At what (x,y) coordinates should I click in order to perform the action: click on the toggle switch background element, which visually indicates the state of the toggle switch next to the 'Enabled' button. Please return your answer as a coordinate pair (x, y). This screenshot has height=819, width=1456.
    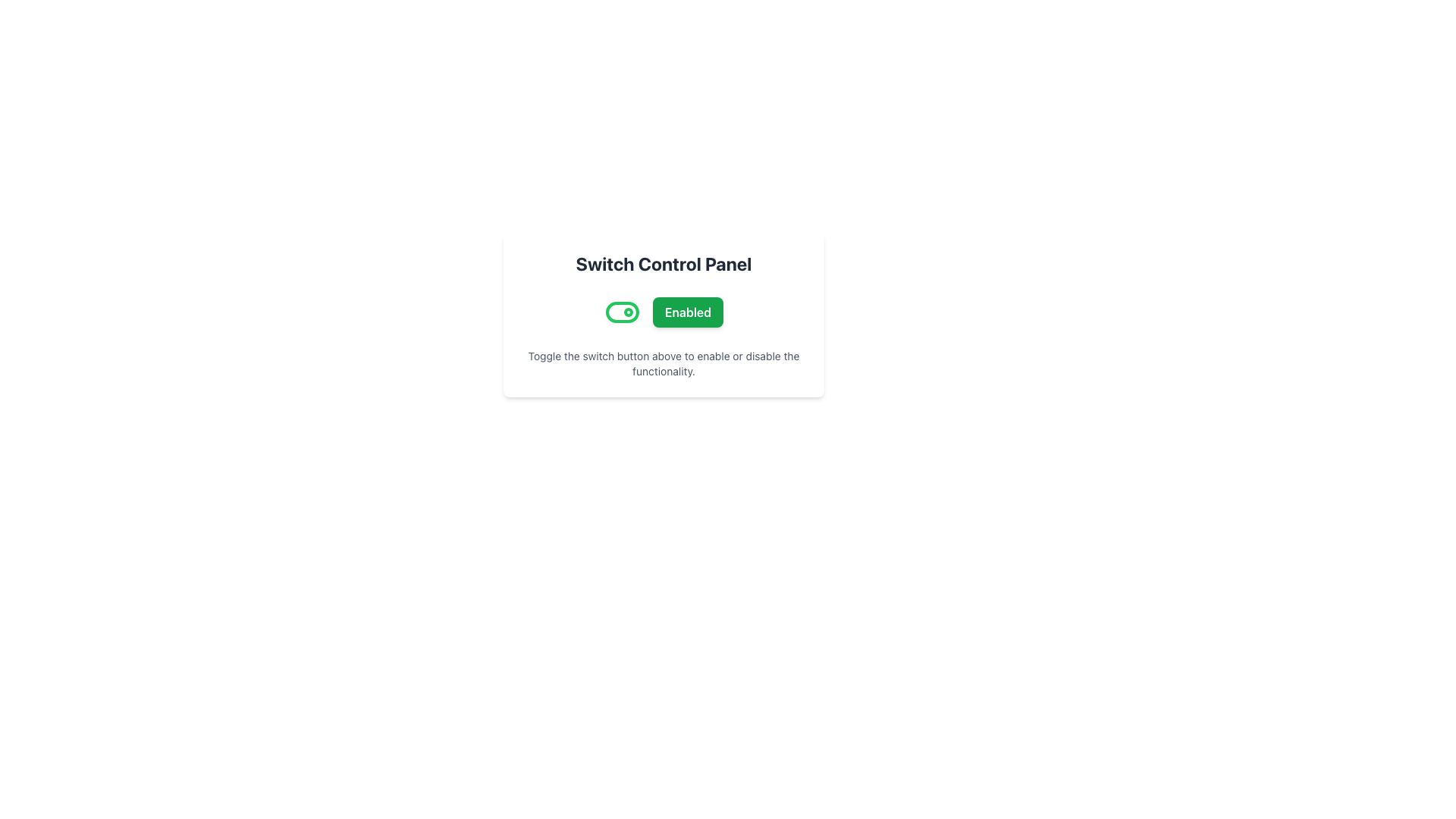
    Looking at the image, I should click on (622, 312).